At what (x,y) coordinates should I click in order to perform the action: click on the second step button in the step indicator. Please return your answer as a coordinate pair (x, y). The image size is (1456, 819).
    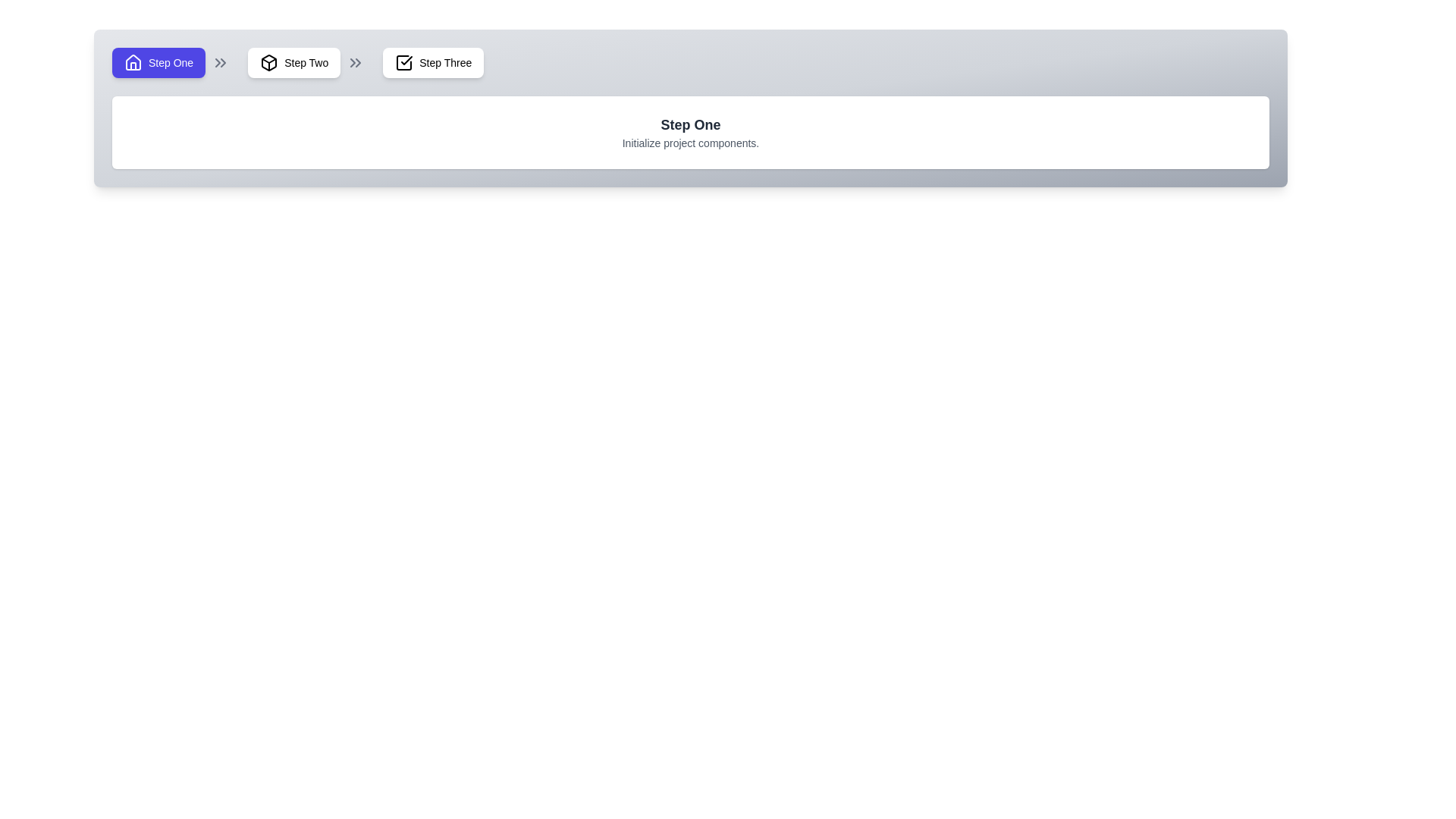
    Looking at the image, I should click on (309, 62).